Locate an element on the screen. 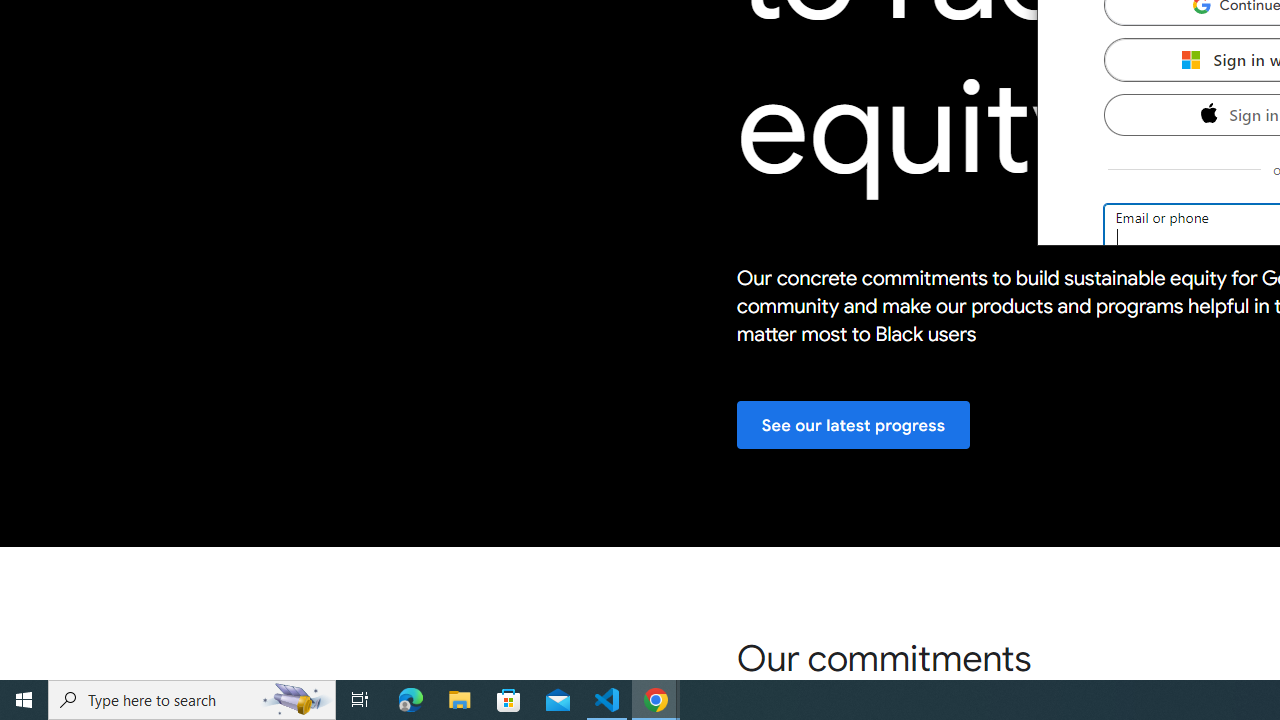 Image resolution: width=1280 pixels, height=720 pixels. 'Microsoft Store' is located at coordinates (509, 698).